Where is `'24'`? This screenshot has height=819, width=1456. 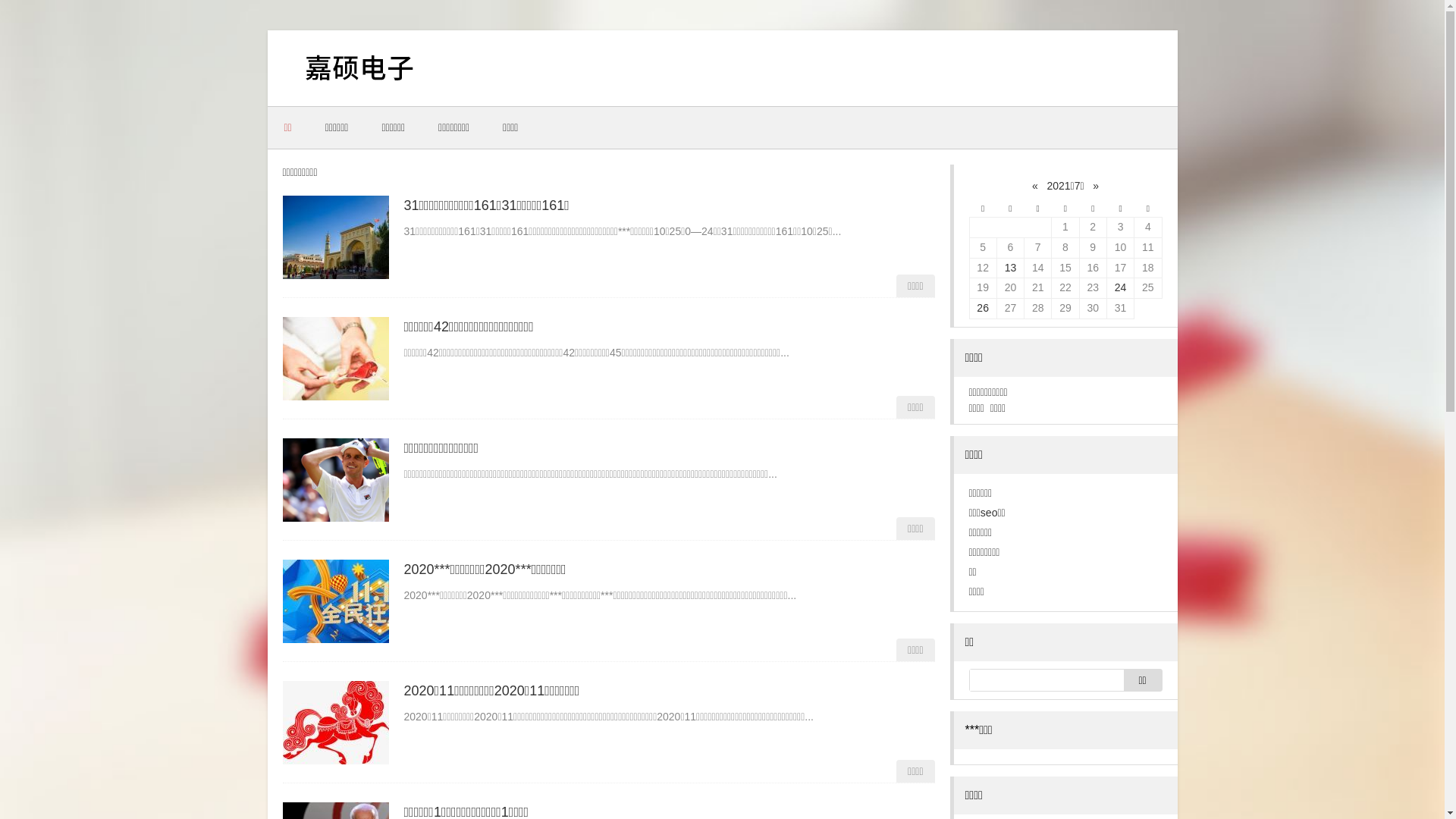
'24' is located at coordinates (1121, 287).